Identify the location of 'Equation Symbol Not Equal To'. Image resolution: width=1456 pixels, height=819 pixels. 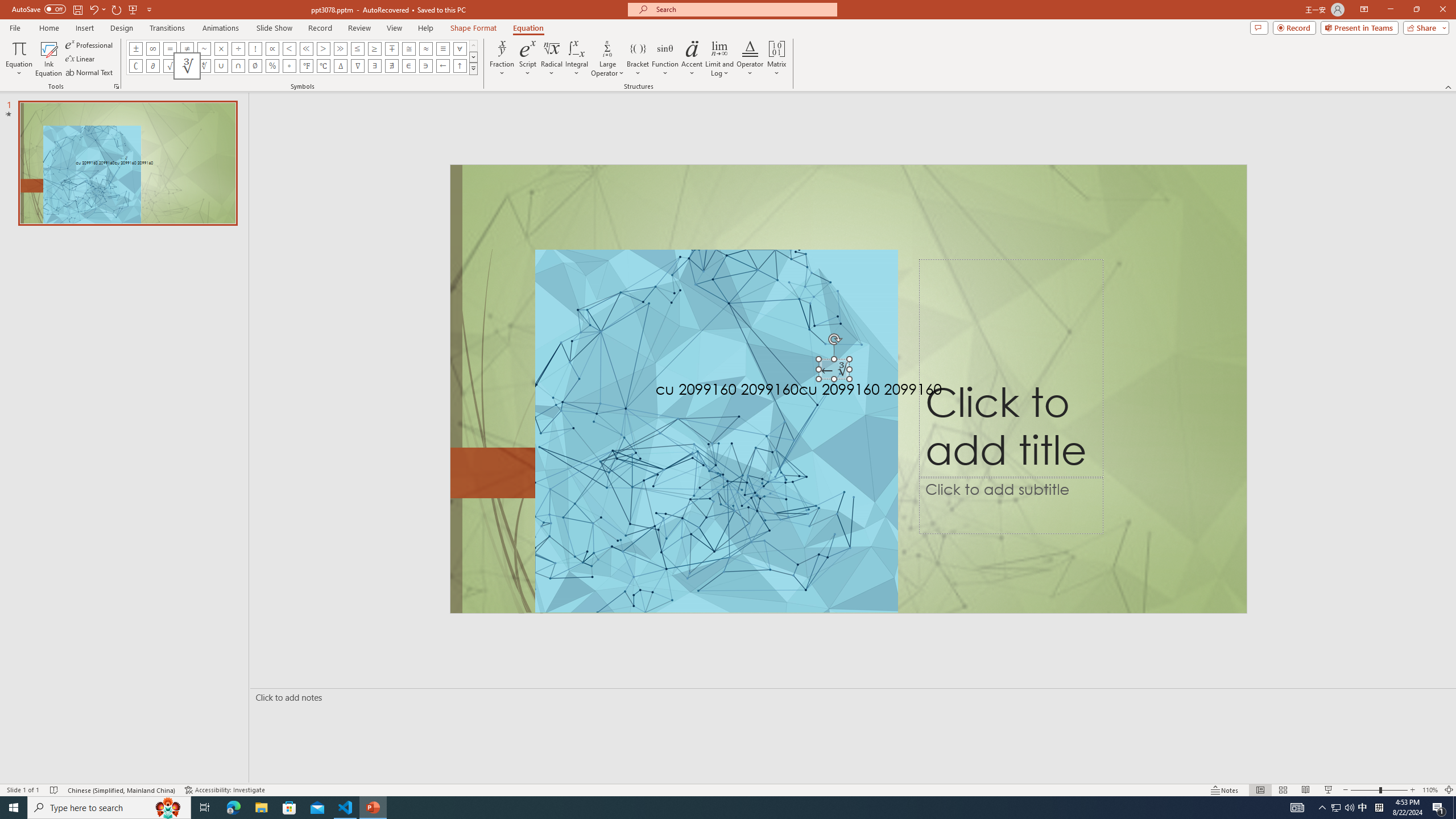
(186, 48).